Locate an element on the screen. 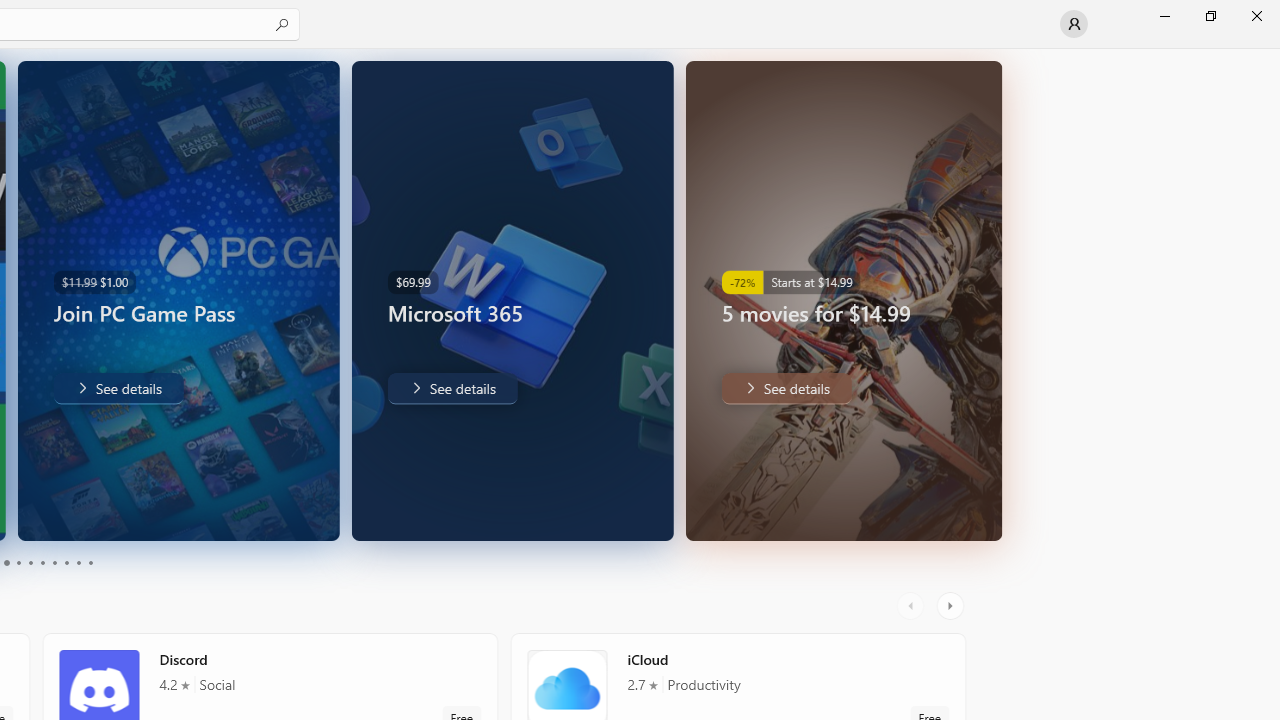  'Restore Microsoft Store' is located at coordinates (1209, 15).